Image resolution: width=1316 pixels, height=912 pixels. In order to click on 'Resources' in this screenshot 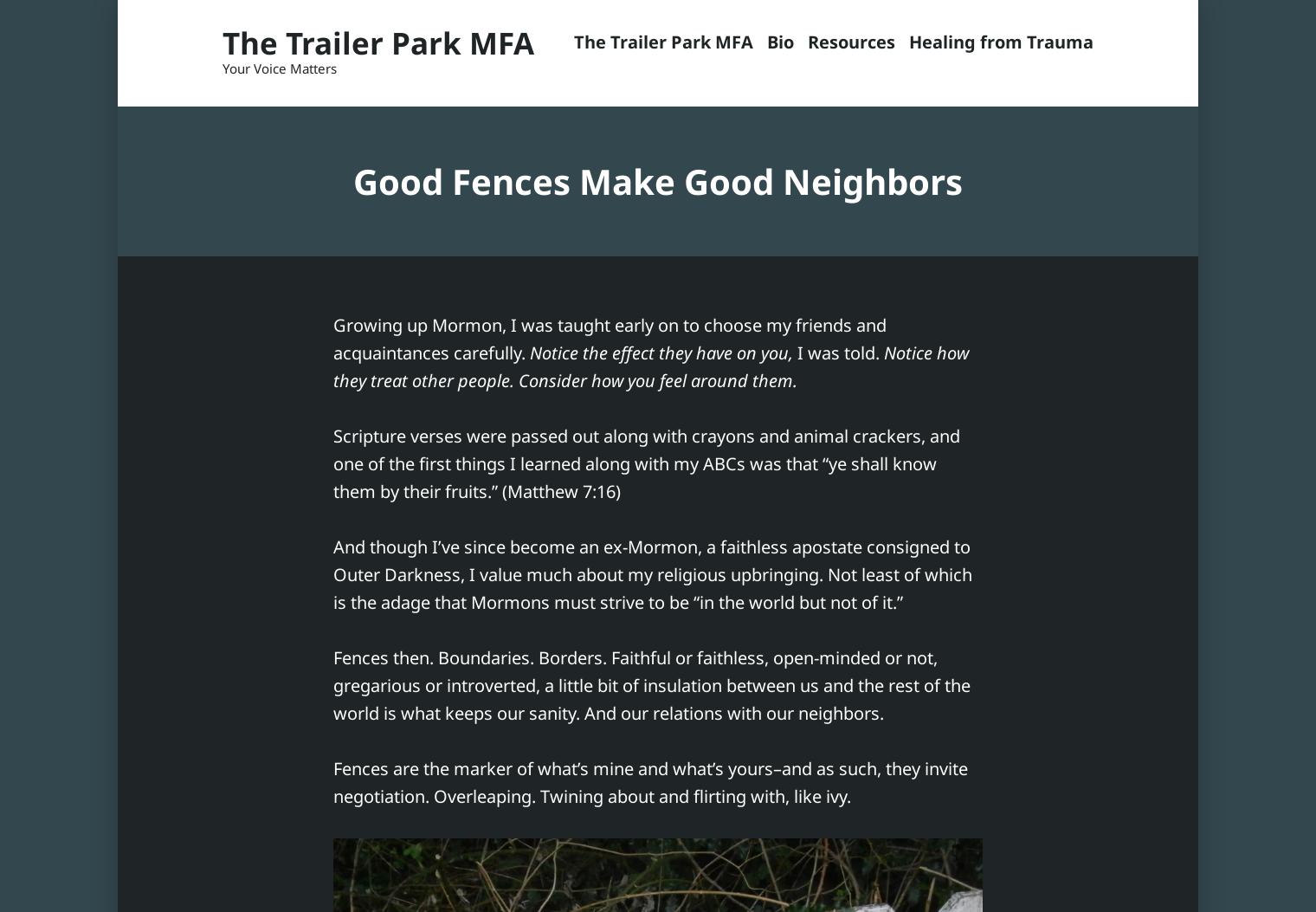, I will do `click(850, 42)`.